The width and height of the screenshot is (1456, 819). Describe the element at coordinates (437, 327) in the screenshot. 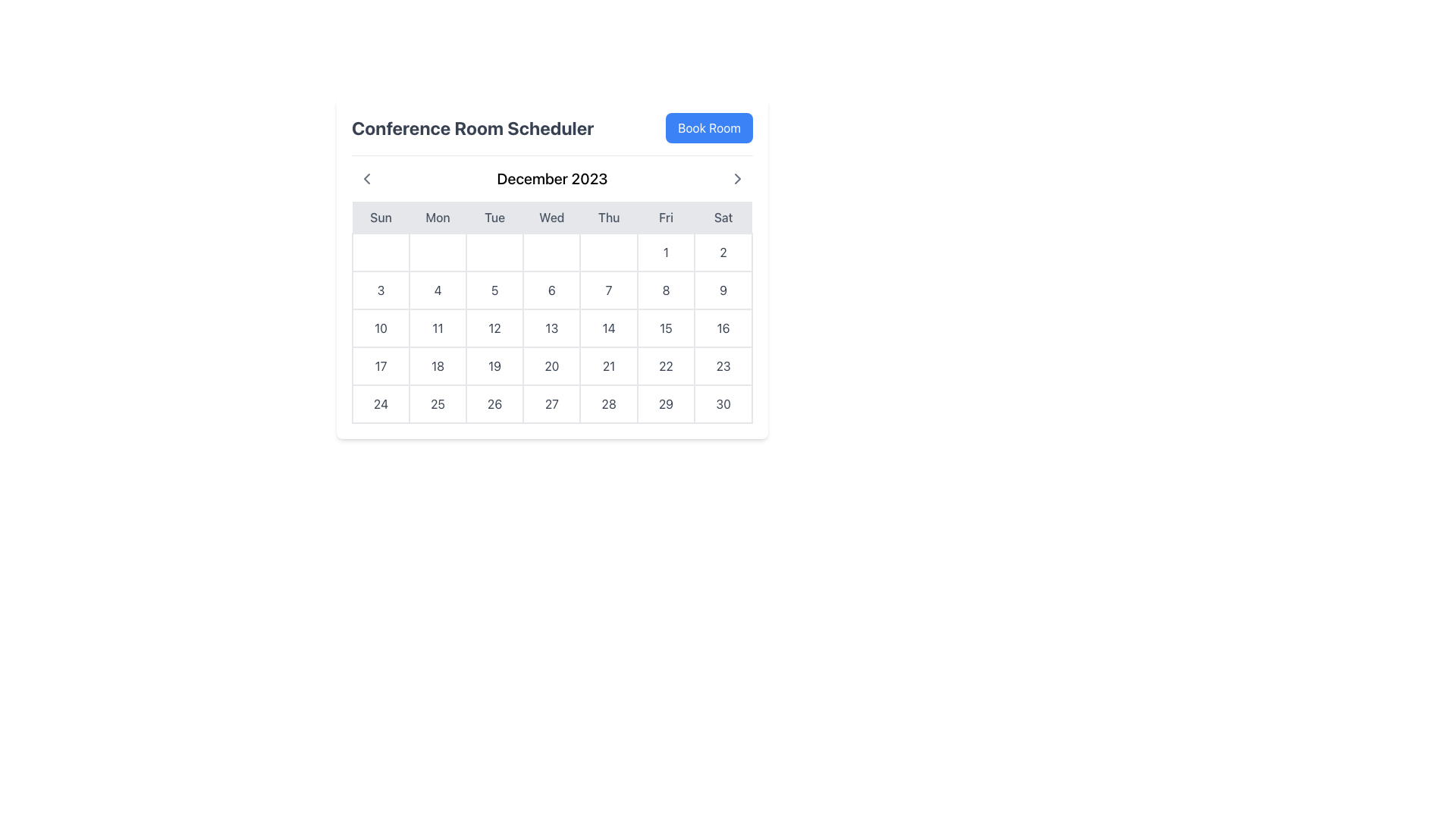

I see `the date selection button for '11' in the calendar view` at that location.